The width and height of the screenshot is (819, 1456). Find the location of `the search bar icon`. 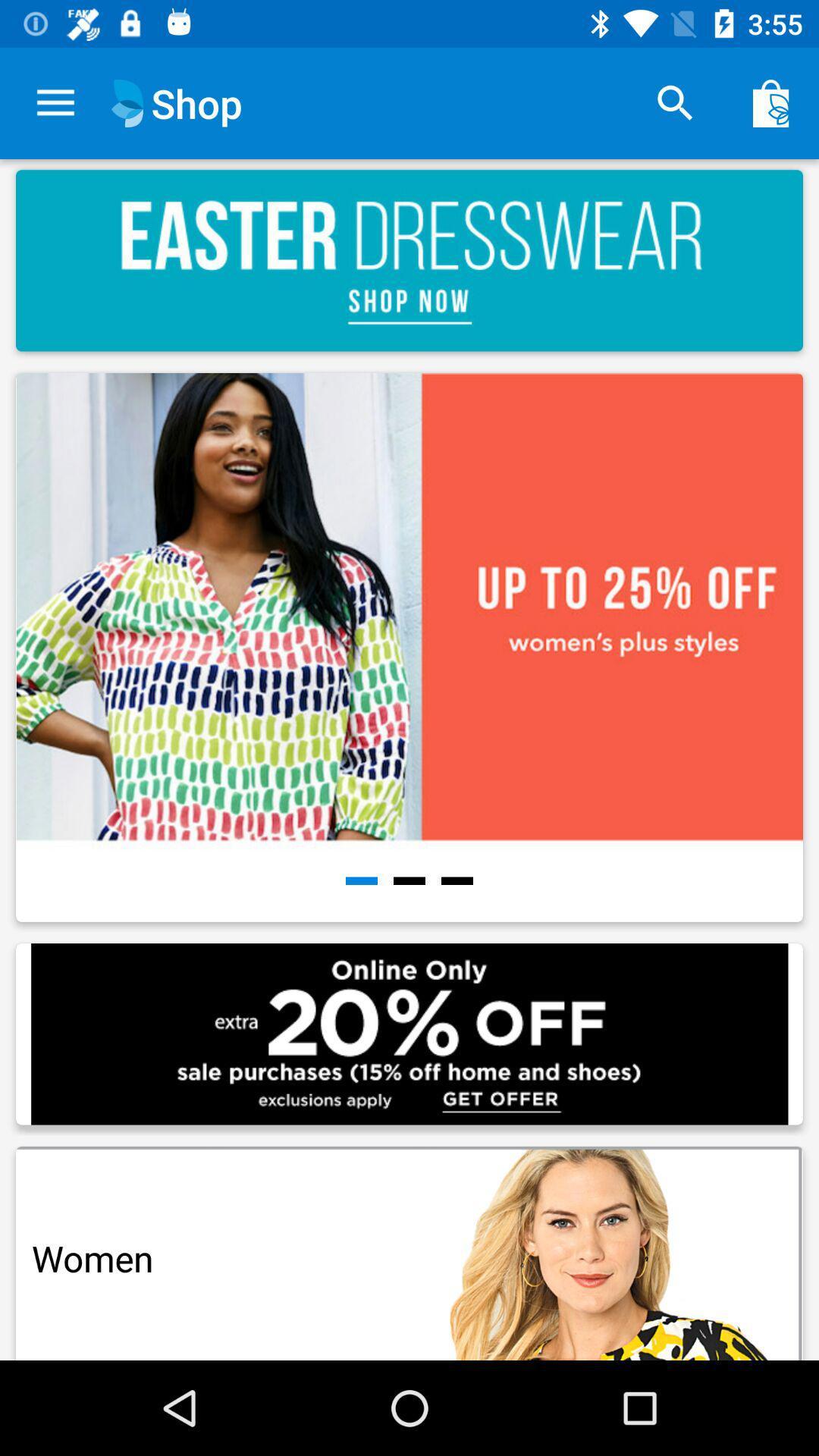

the search bar icon is located at coordinates (675, 103).